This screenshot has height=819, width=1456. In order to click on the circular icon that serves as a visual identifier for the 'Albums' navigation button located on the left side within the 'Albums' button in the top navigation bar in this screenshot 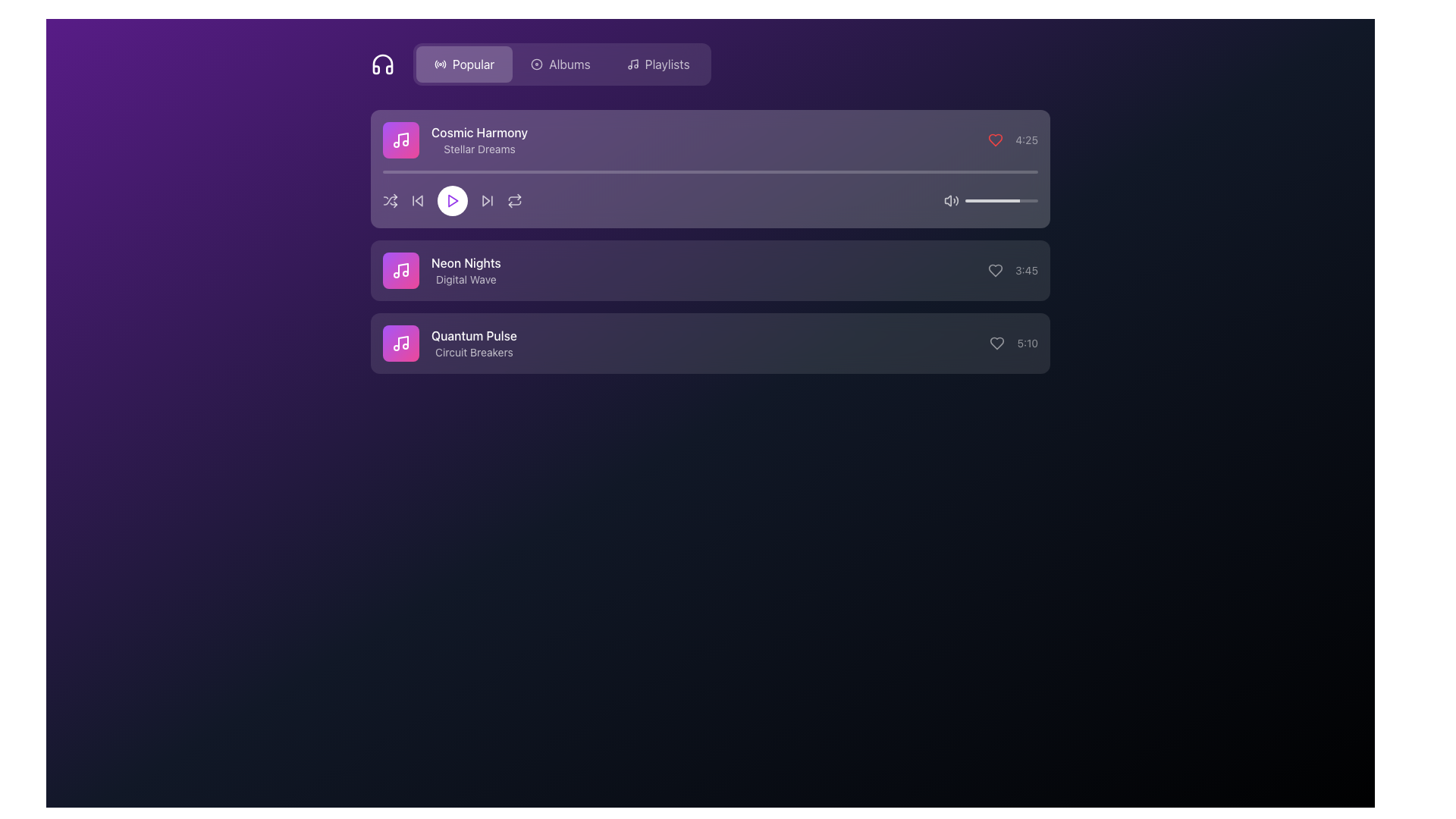, I will do `click(537, 63)`.